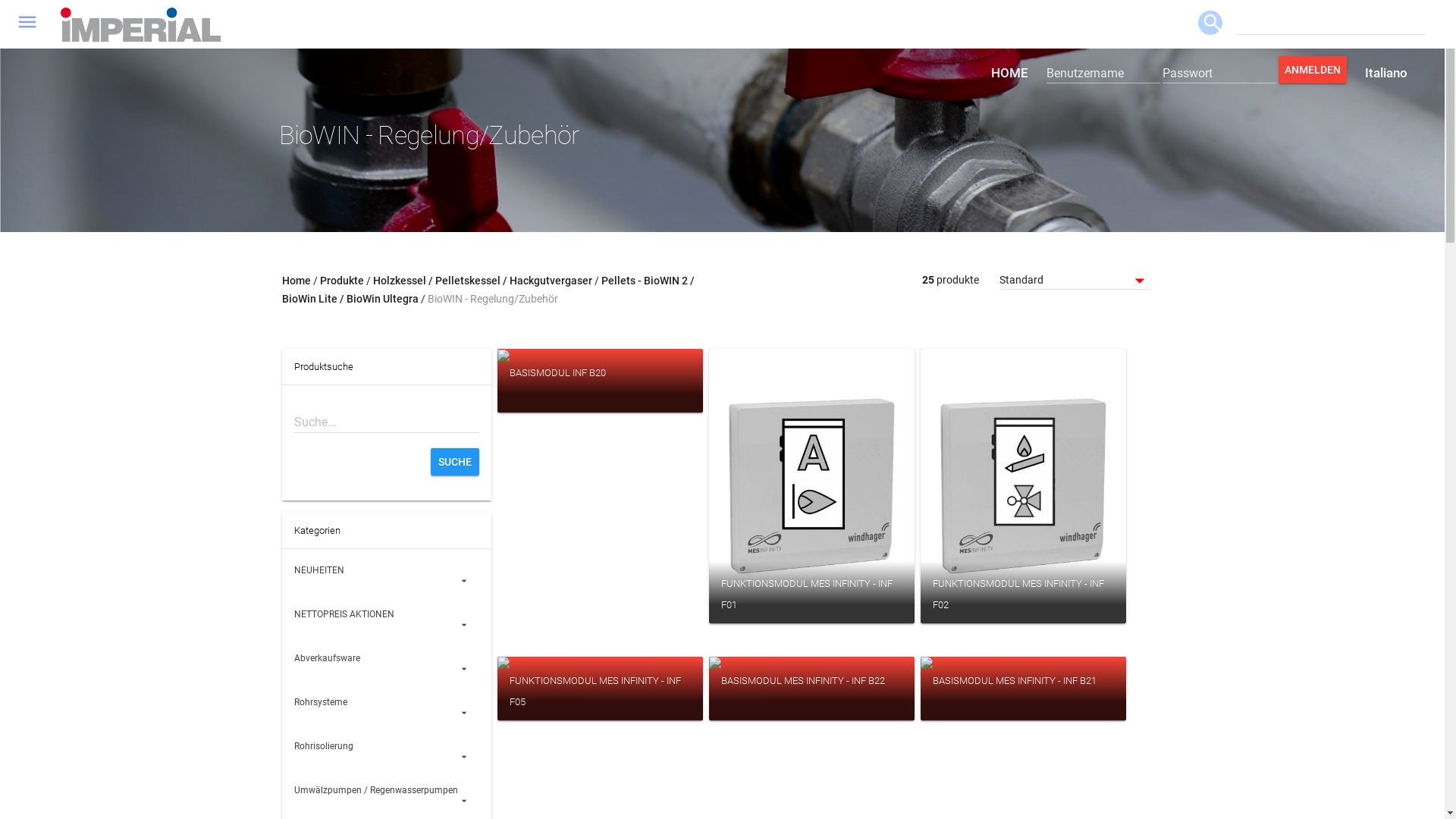  What do you see at coordinates (1009, 73) in the screenshot?
I see `'HOME'` at bounding box center [1009, 73].